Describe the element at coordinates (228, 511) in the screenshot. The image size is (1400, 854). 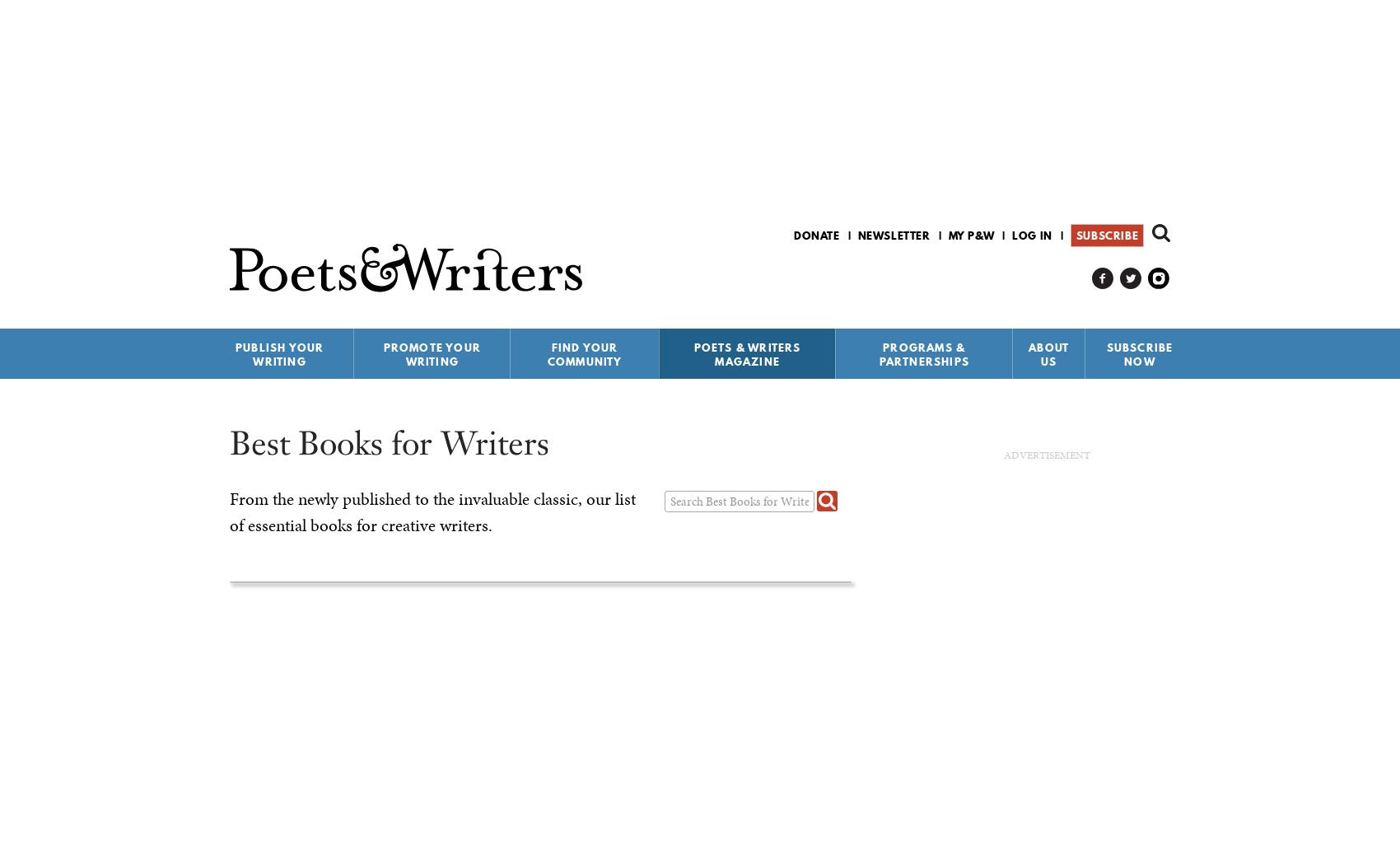
I see `'From the newly published to the invaluable classic, our list of essential books for creative writers.'` at that location.